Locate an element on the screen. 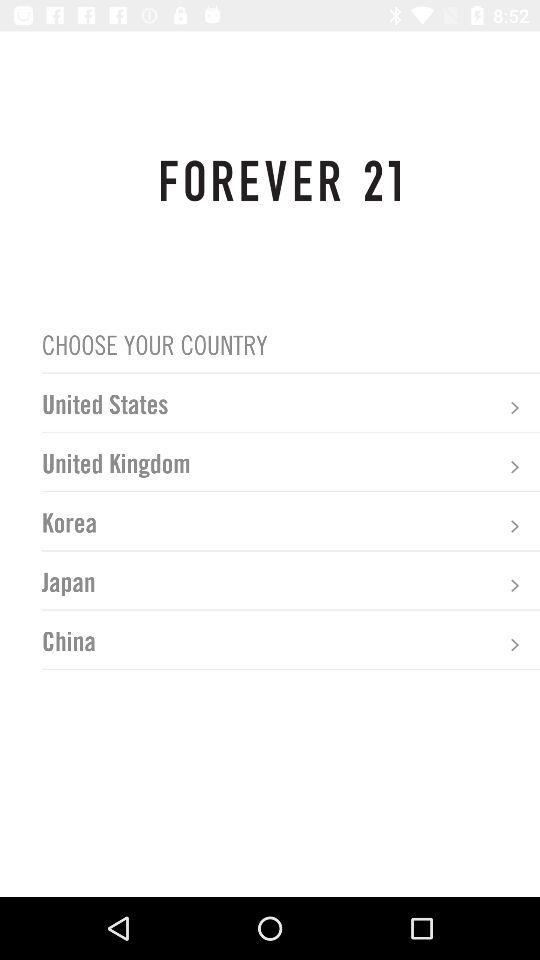 The width and height of the screenshot is (540, 960). forever 21 is located at coordinates (279, 179).